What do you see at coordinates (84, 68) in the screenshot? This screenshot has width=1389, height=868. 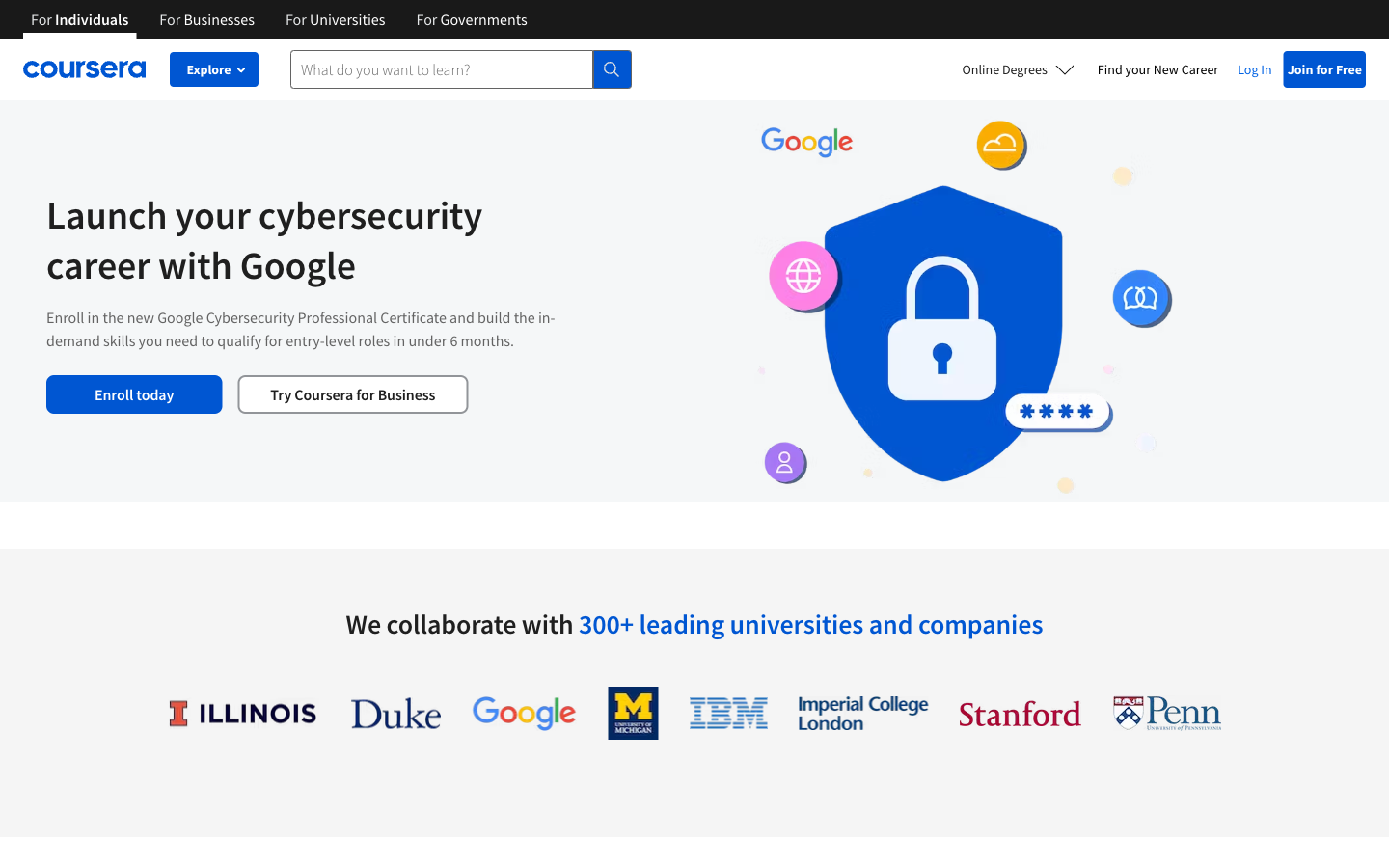 I see `Coursera"s main page` at bounding box center [84, 68].